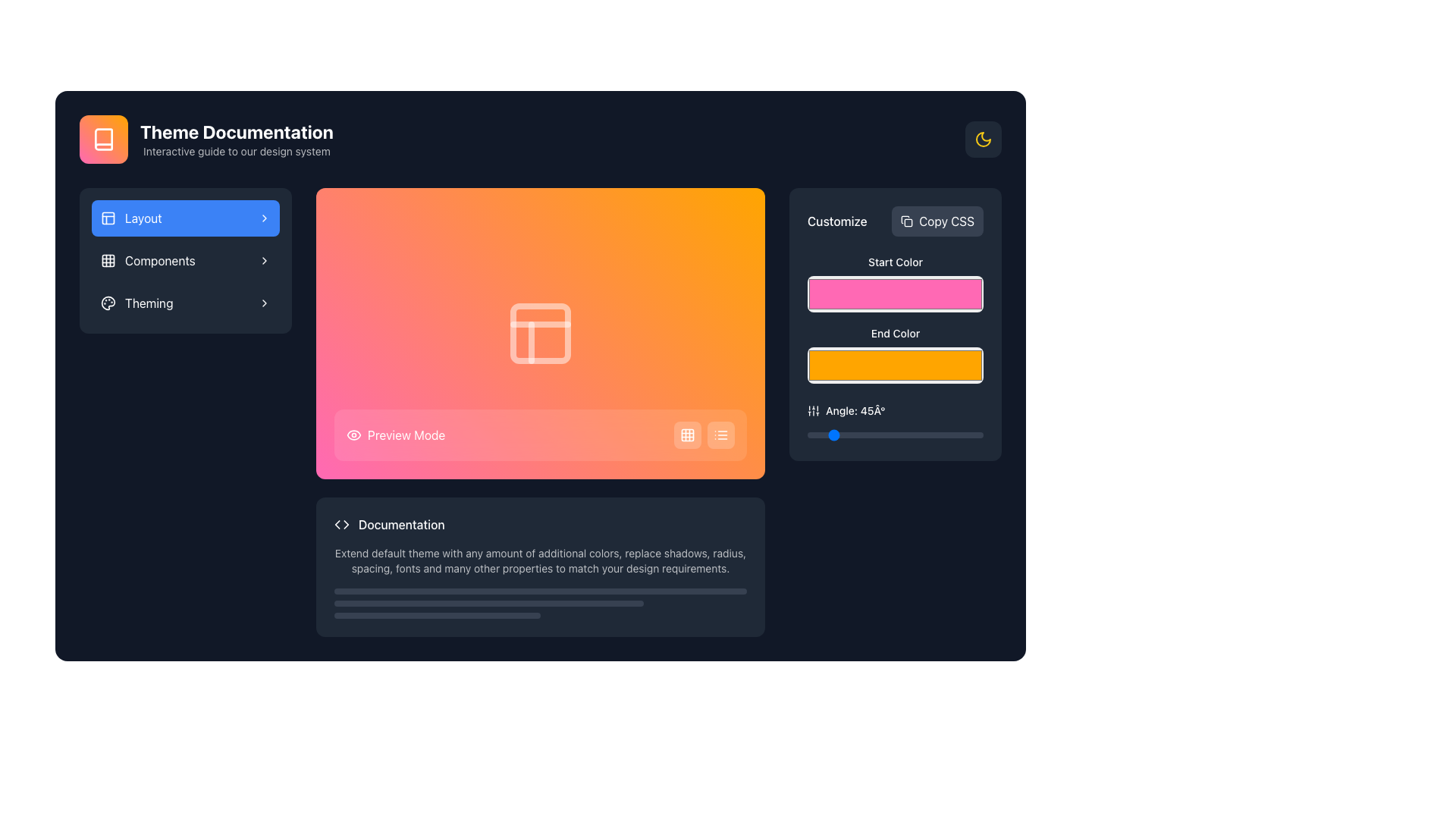 The height and width of the screenshot is (819, 1456). I want to click on the progress levels visually by interacting with the vertically-stacked group of three gray progress bars located near the bottom of the 'Documentation' section, centered horizontally, so click(541, 602).